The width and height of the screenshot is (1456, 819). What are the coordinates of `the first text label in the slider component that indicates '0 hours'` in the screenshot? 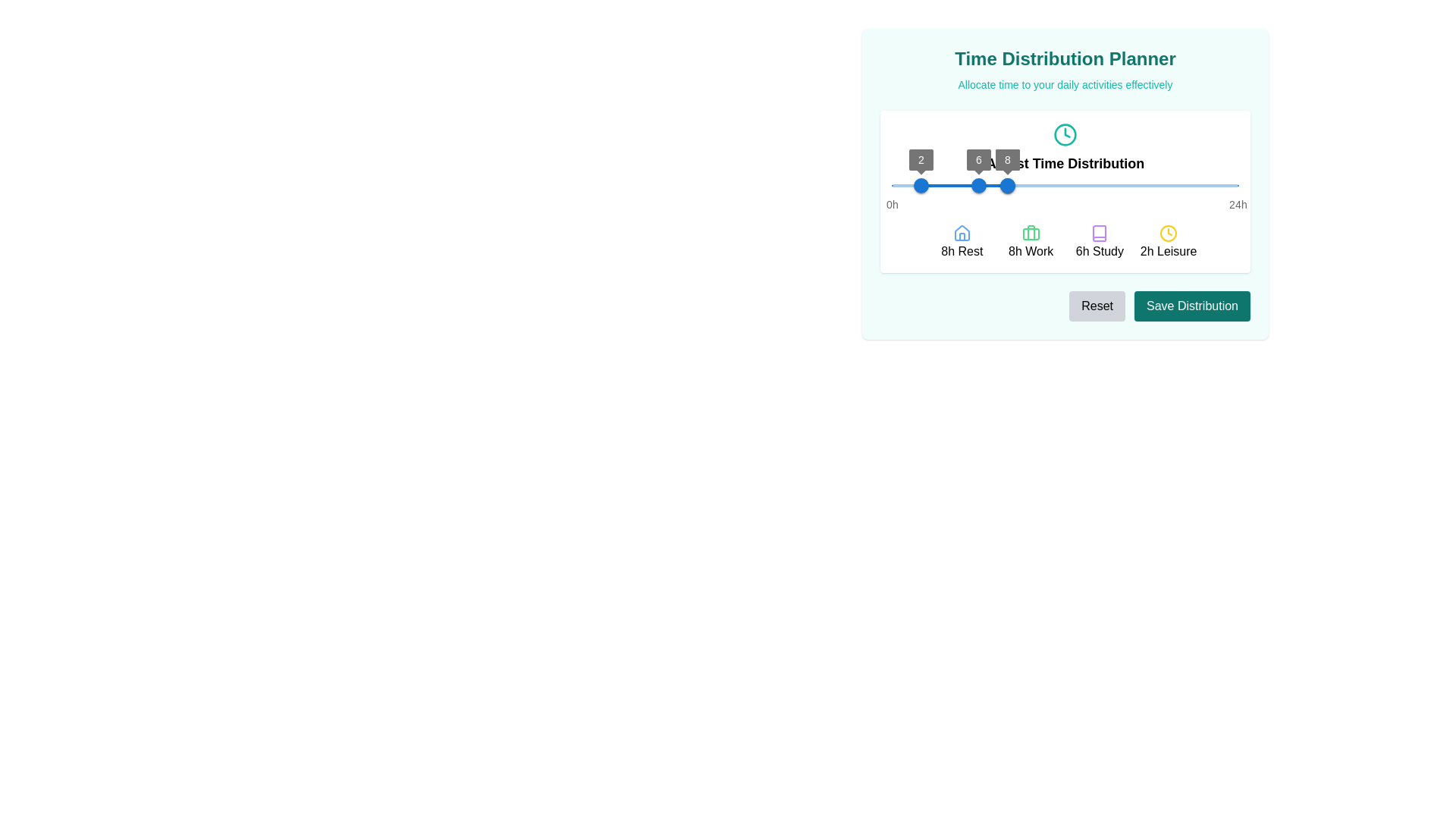 It's located at (892, 205).